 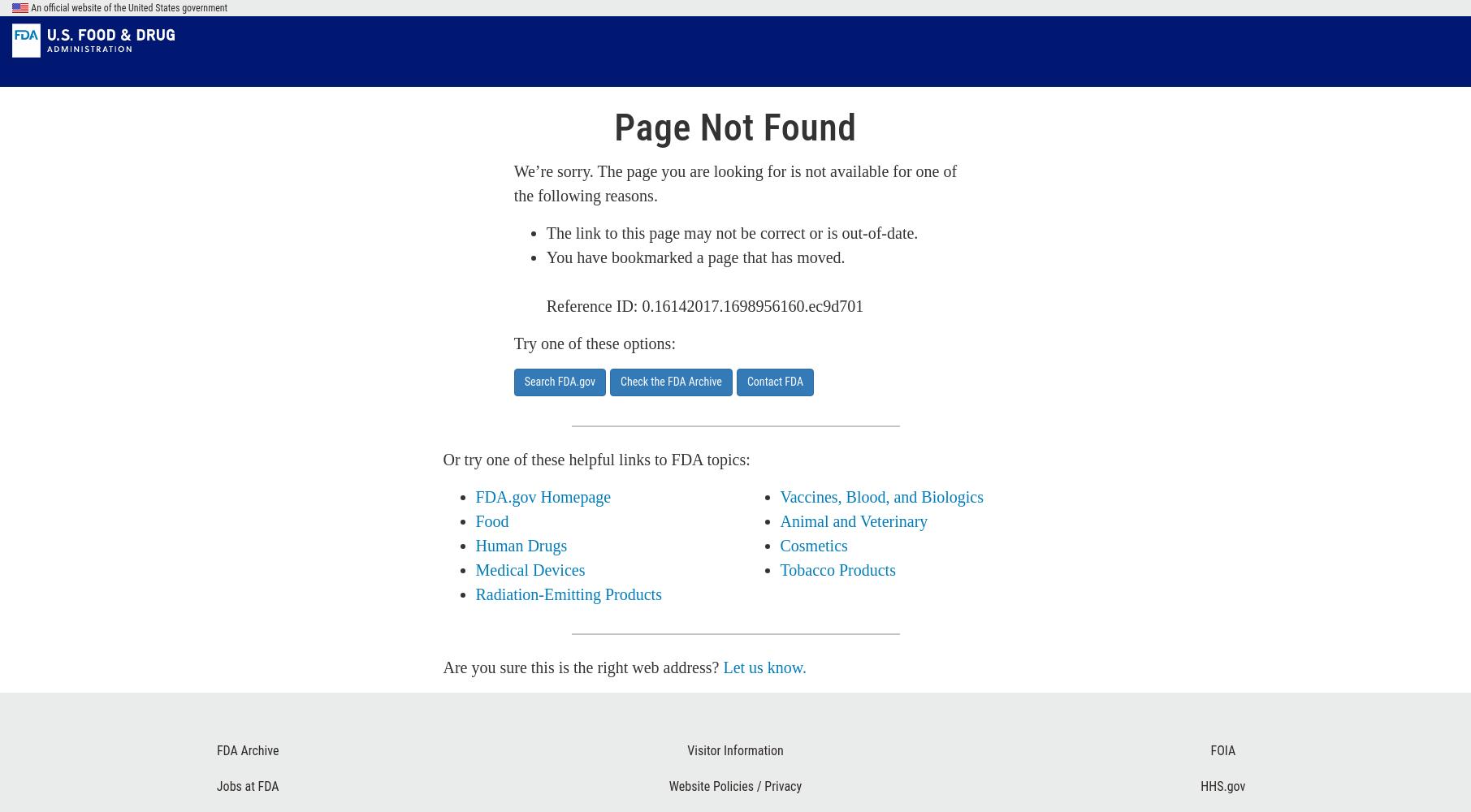 I want to click on 'Cosmetics', so click(x=812, y=546).